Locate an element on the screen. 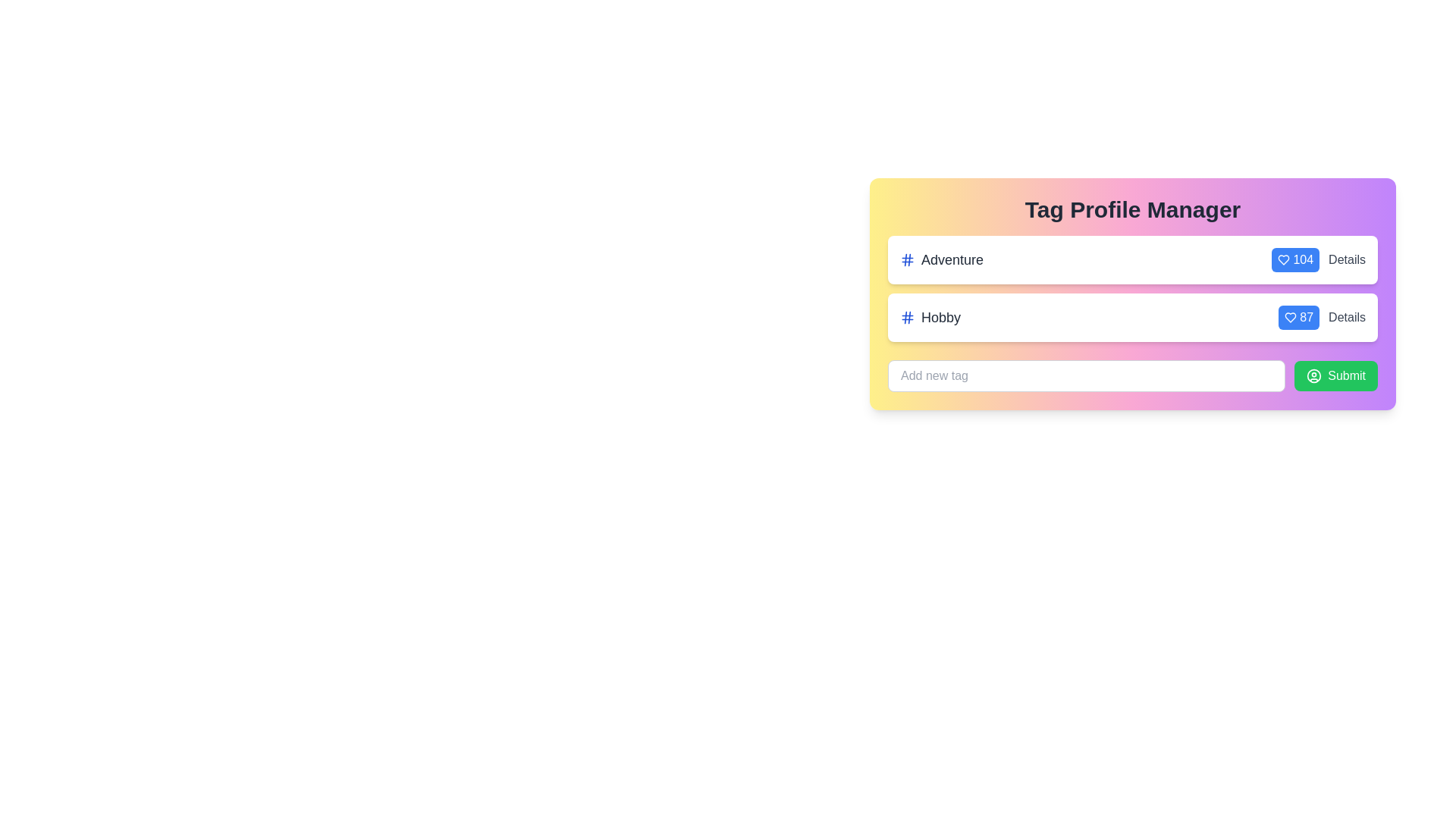  the button with a blue background, displaying '87' and a heart icon is located at coordinates (1298, 317).